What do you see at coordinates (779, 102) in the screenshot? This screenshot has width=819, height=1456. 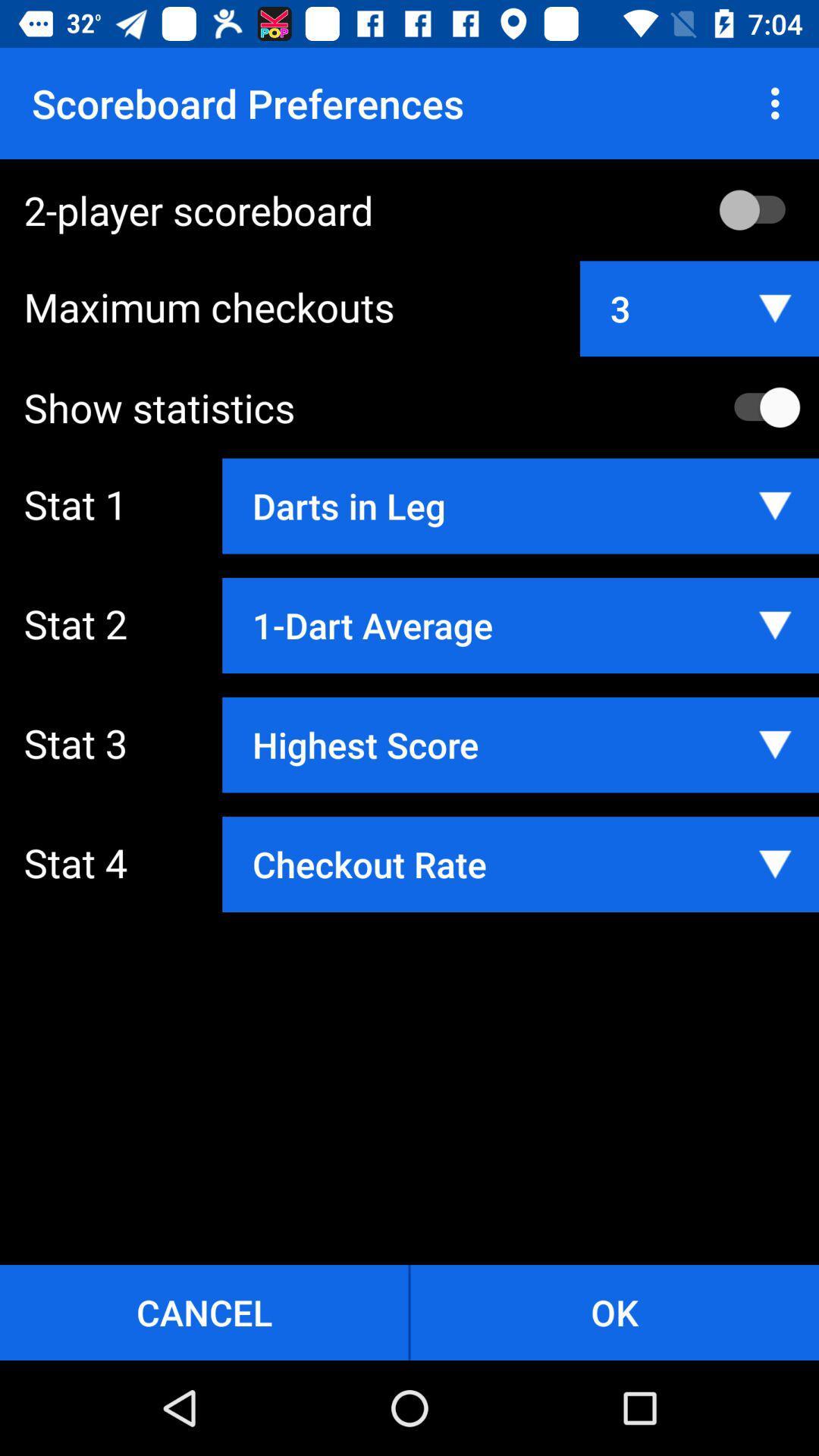 I see `the app to the right of the scoreboard preferences` at bounding box center [779, 102].